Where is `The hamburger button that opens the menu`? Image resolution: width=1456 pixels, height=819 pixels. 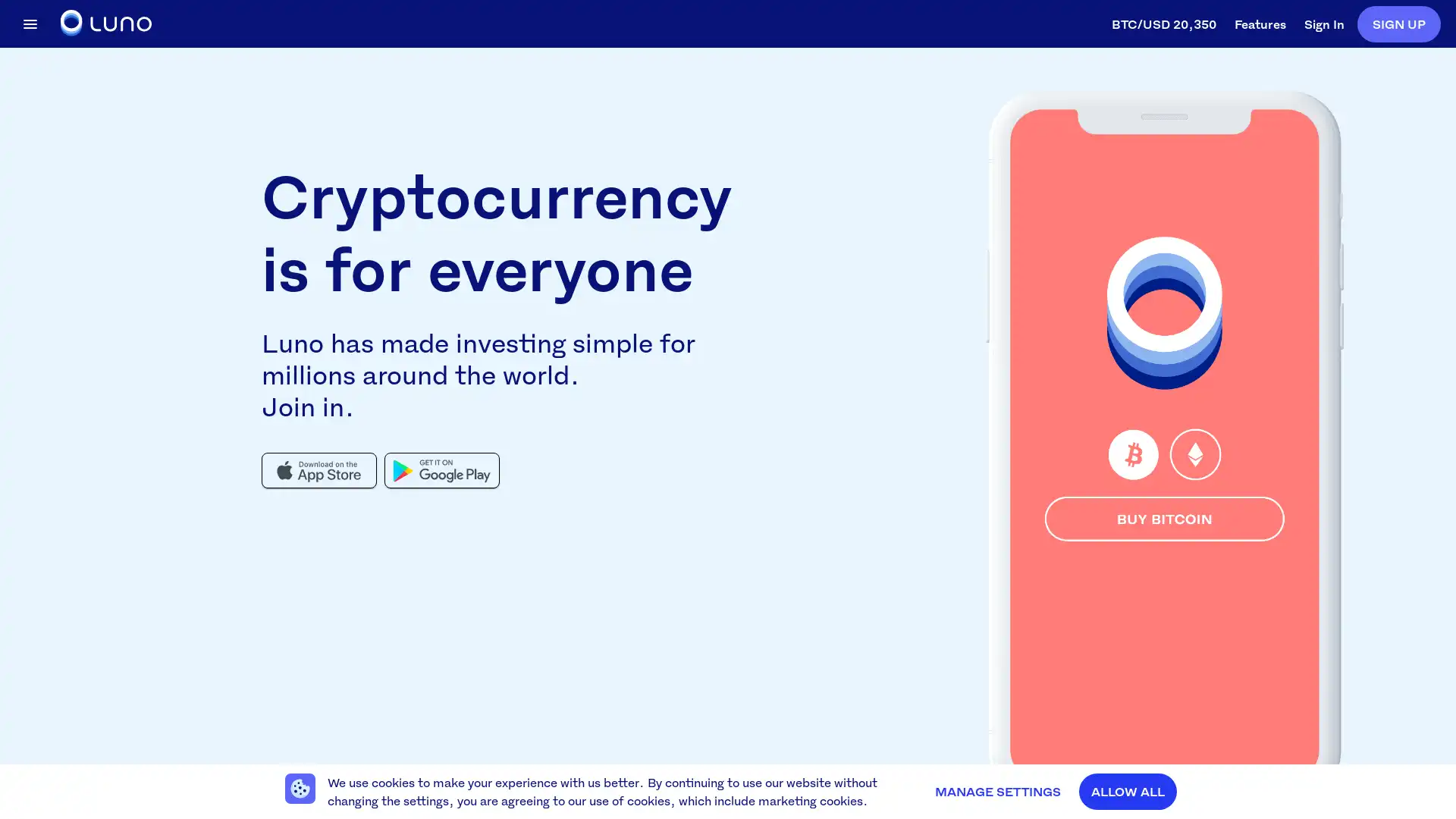
The hamburger button that opens the menu is located at coordinates (30, 23).